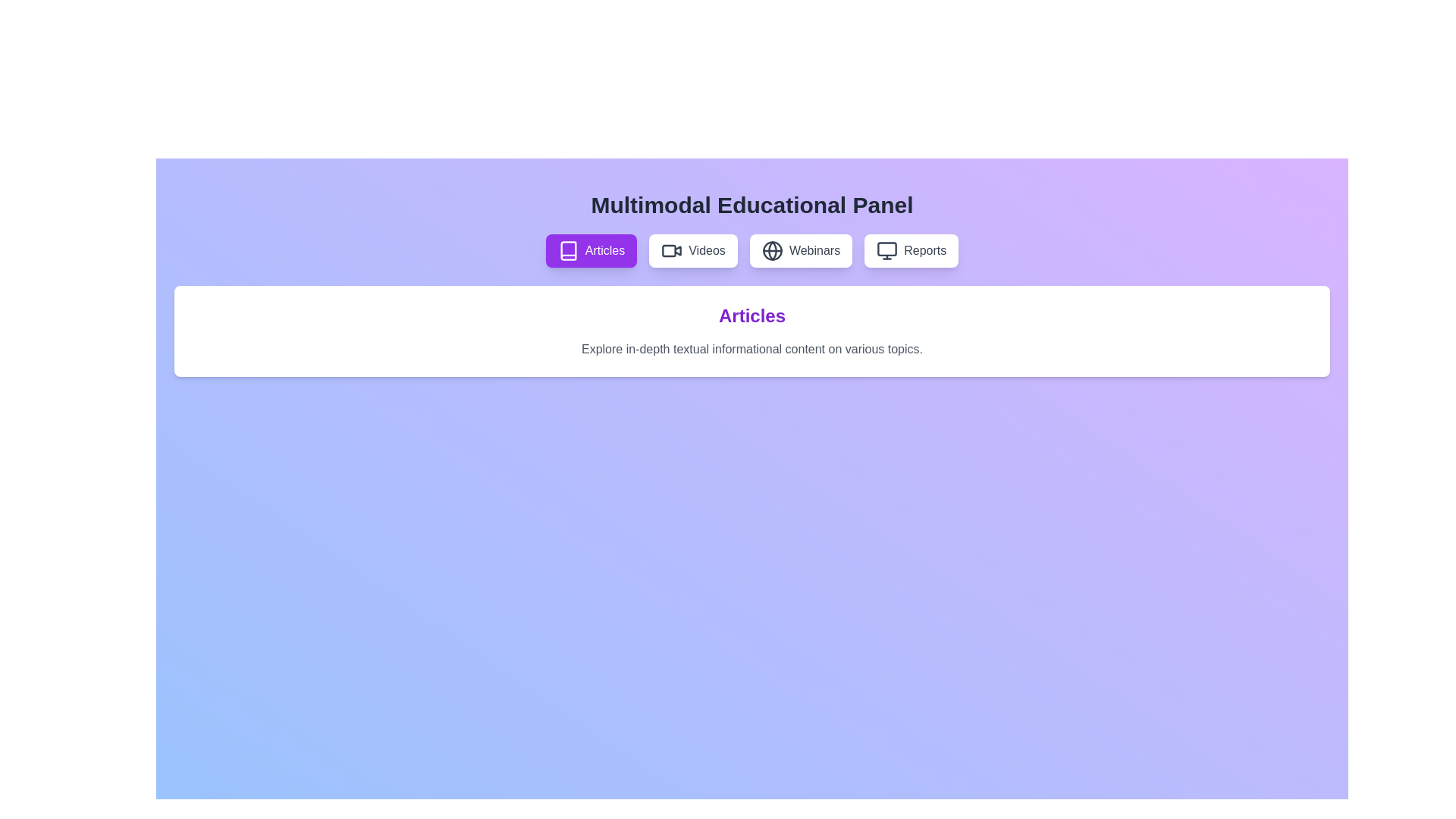 The image size is (1456, 819). What do you see at coordinates (692, 250) in the screenshot?
I see `the navigation button located between the 'Articles' and 'Webinars' buttons to trigger a visual animation` at bounding box center [692, 250].